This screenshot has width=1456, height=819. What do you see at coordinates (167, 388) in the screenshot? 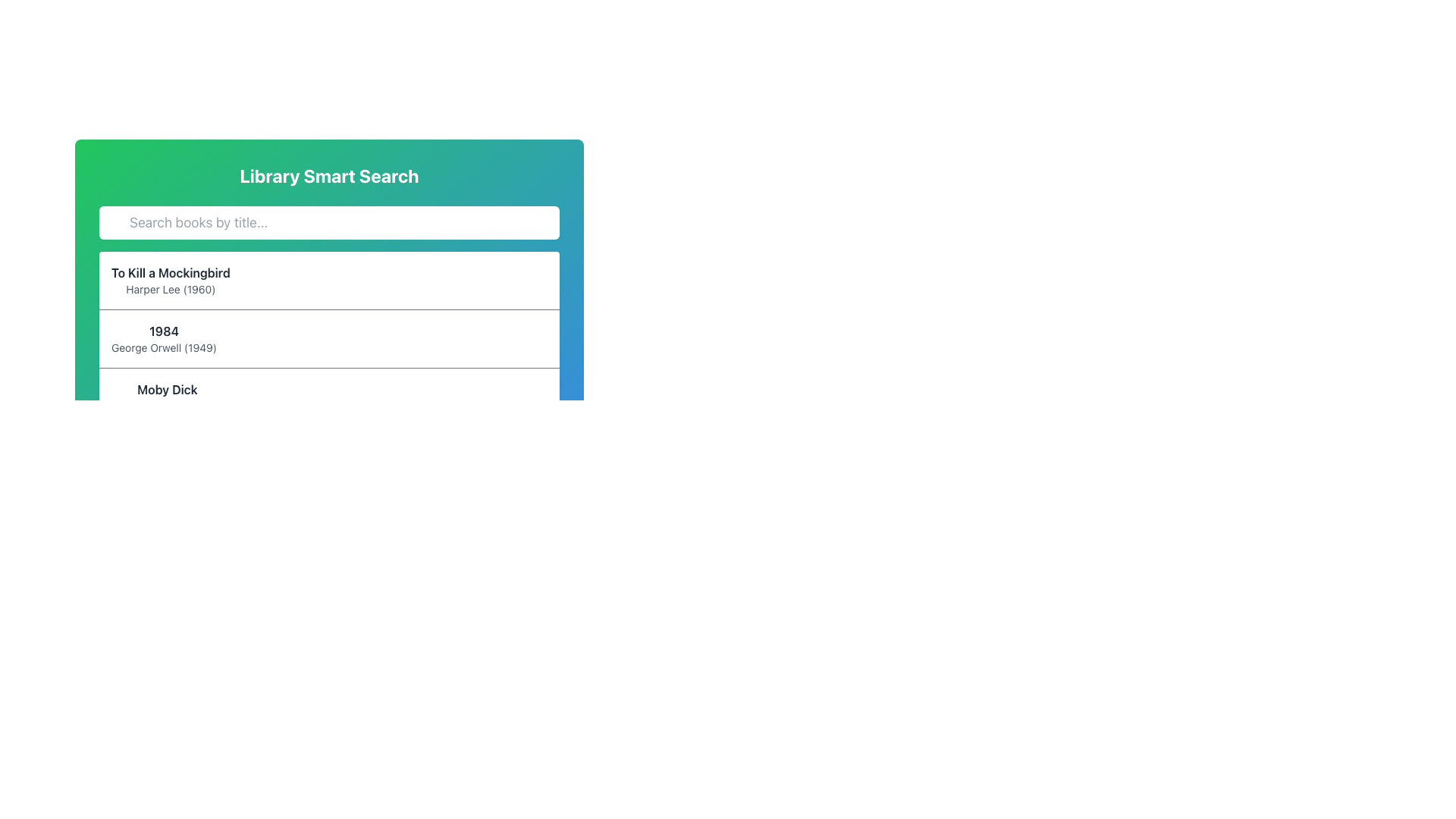
I see `the title text 'Moby Dick', which serves as the heading in the Library Smart Search section` at bounding box center [167, 388].